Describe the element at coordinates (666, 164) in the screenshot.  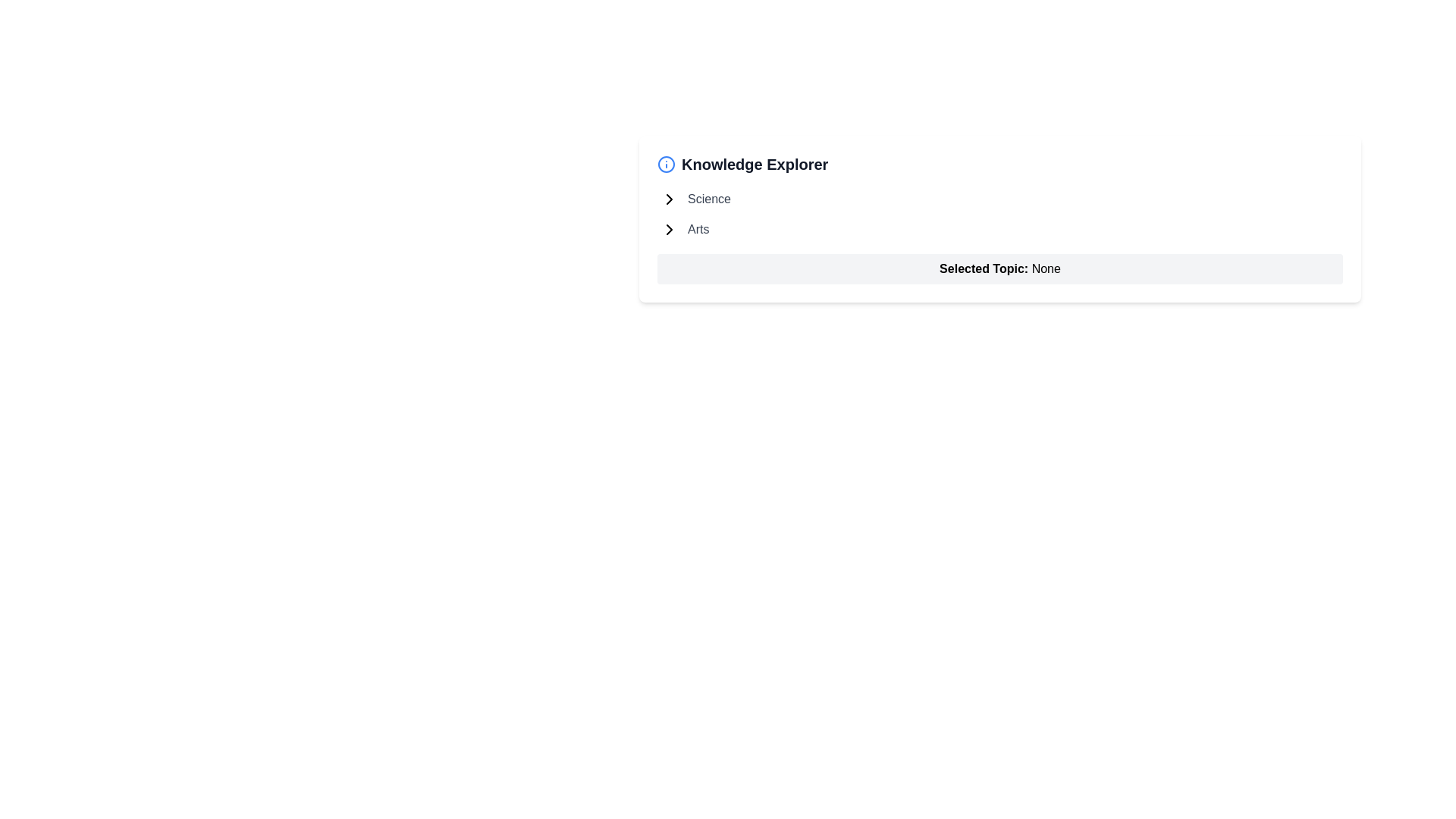
I see `the SVG circle element that has a blue outline and white inner fill, which is part of the icon to the left of the text 'Knowledge Explorer'` at that location.